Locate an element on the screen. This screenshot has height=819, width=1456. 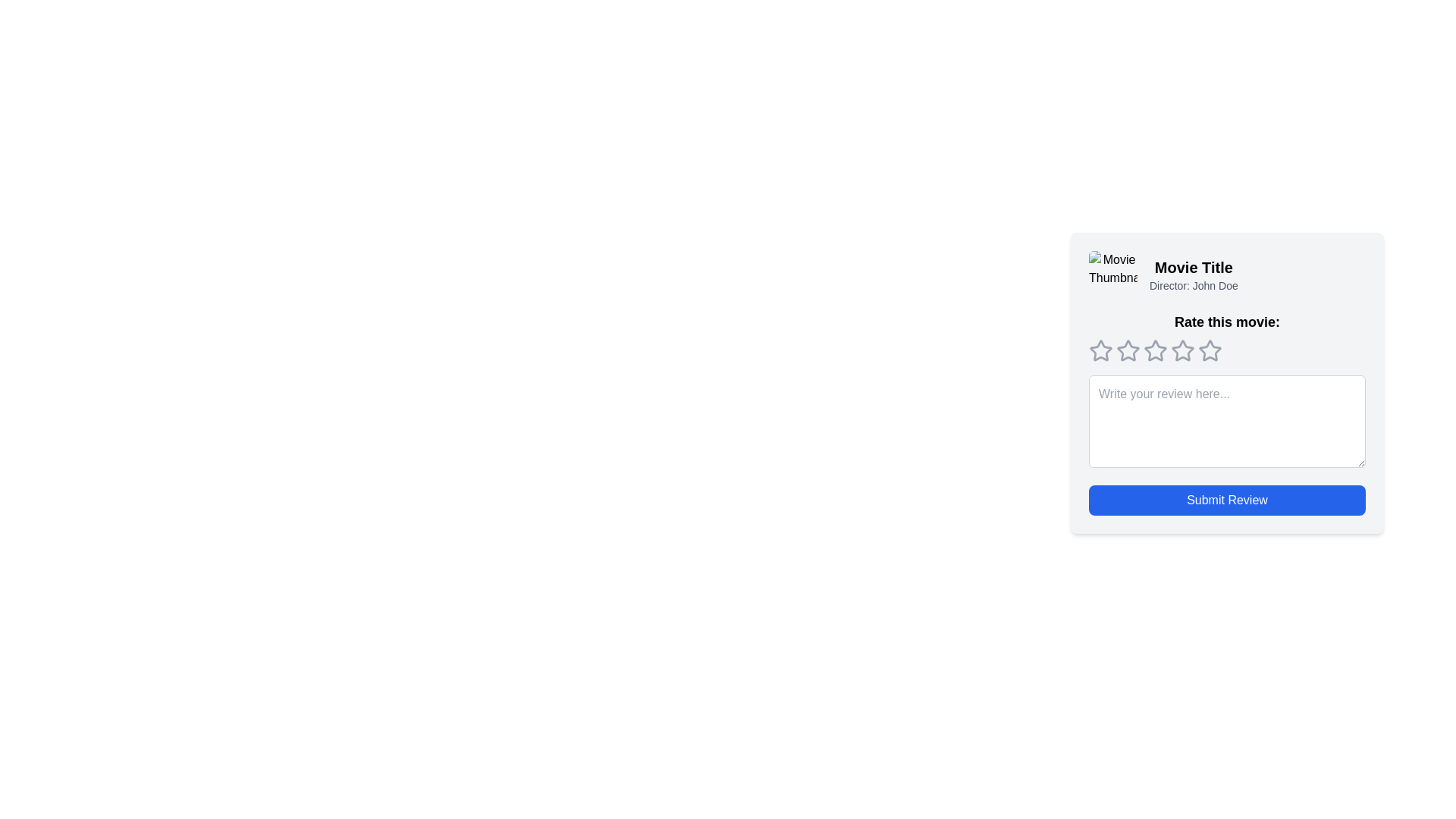
the informational display that shows the movie title, director's name, and thumbnail image is located at coordinates (1227, 275).